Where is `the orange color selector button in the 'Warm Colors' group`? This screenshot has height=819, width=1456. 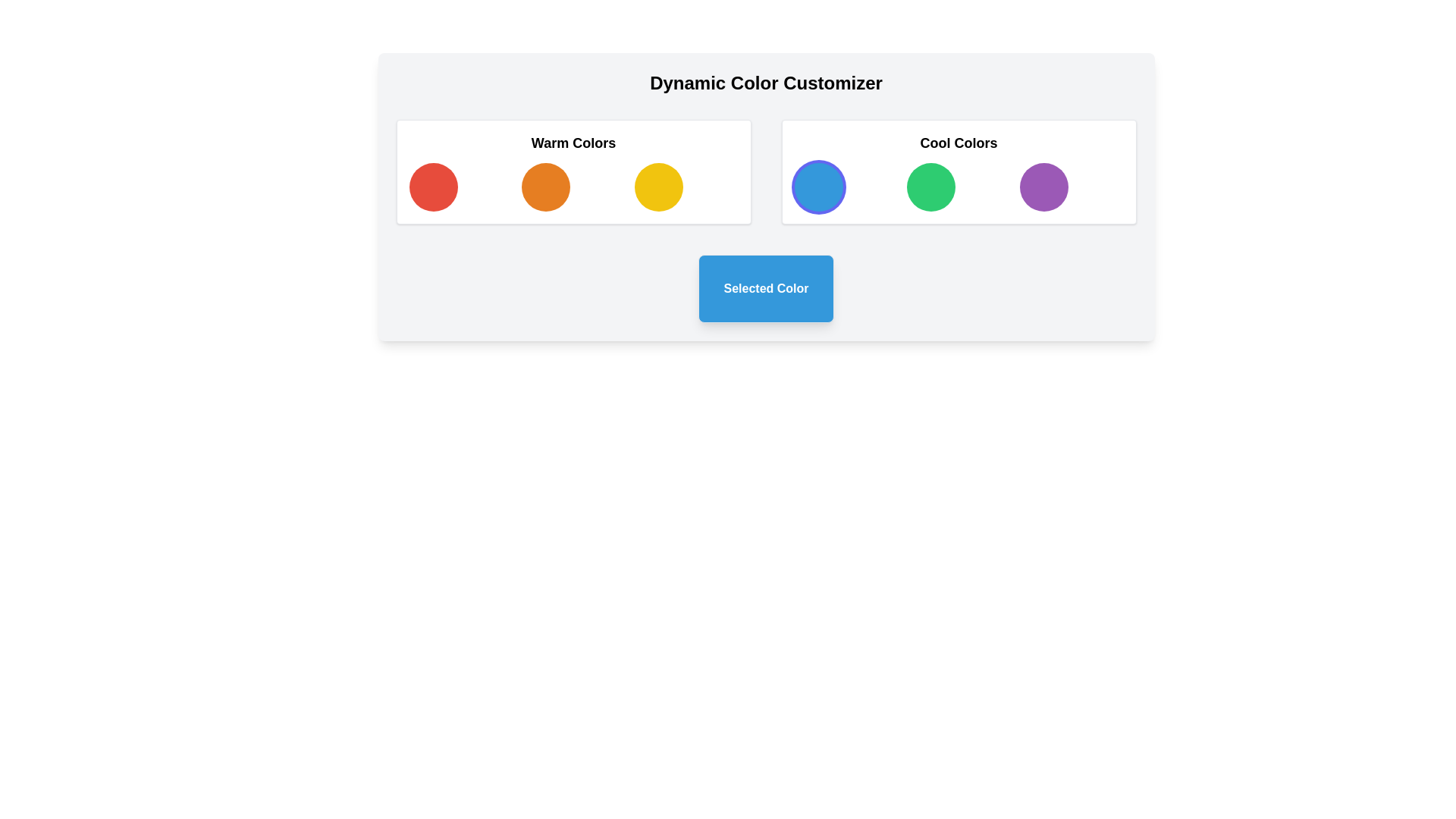
the orange color selector button in the 'Warm Colors' group is located at coordinates (573, 186).